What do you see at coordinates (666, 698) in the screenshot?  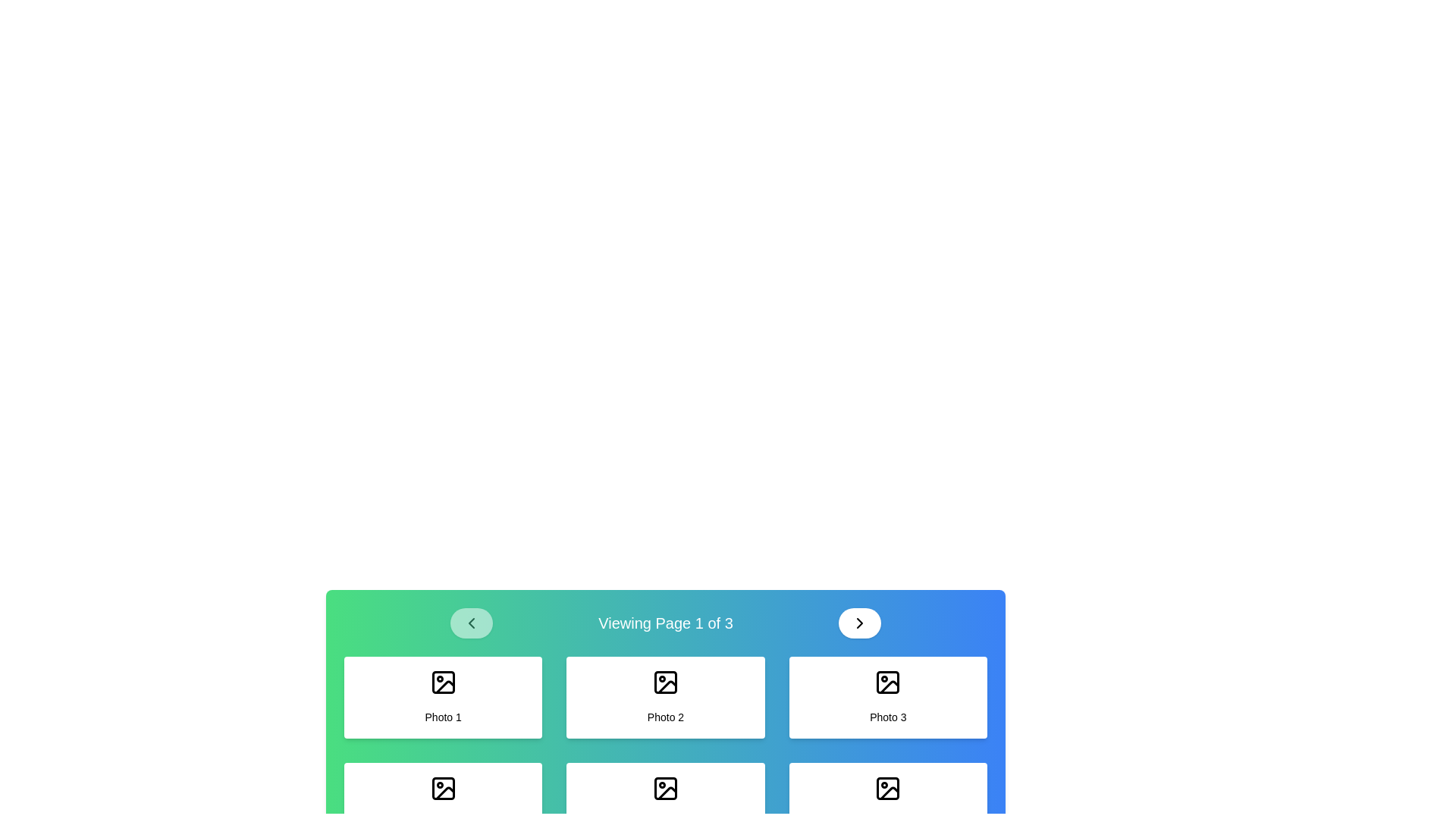 I see `the second card in the first row of the grid layout` at bounding box center [666, 698].